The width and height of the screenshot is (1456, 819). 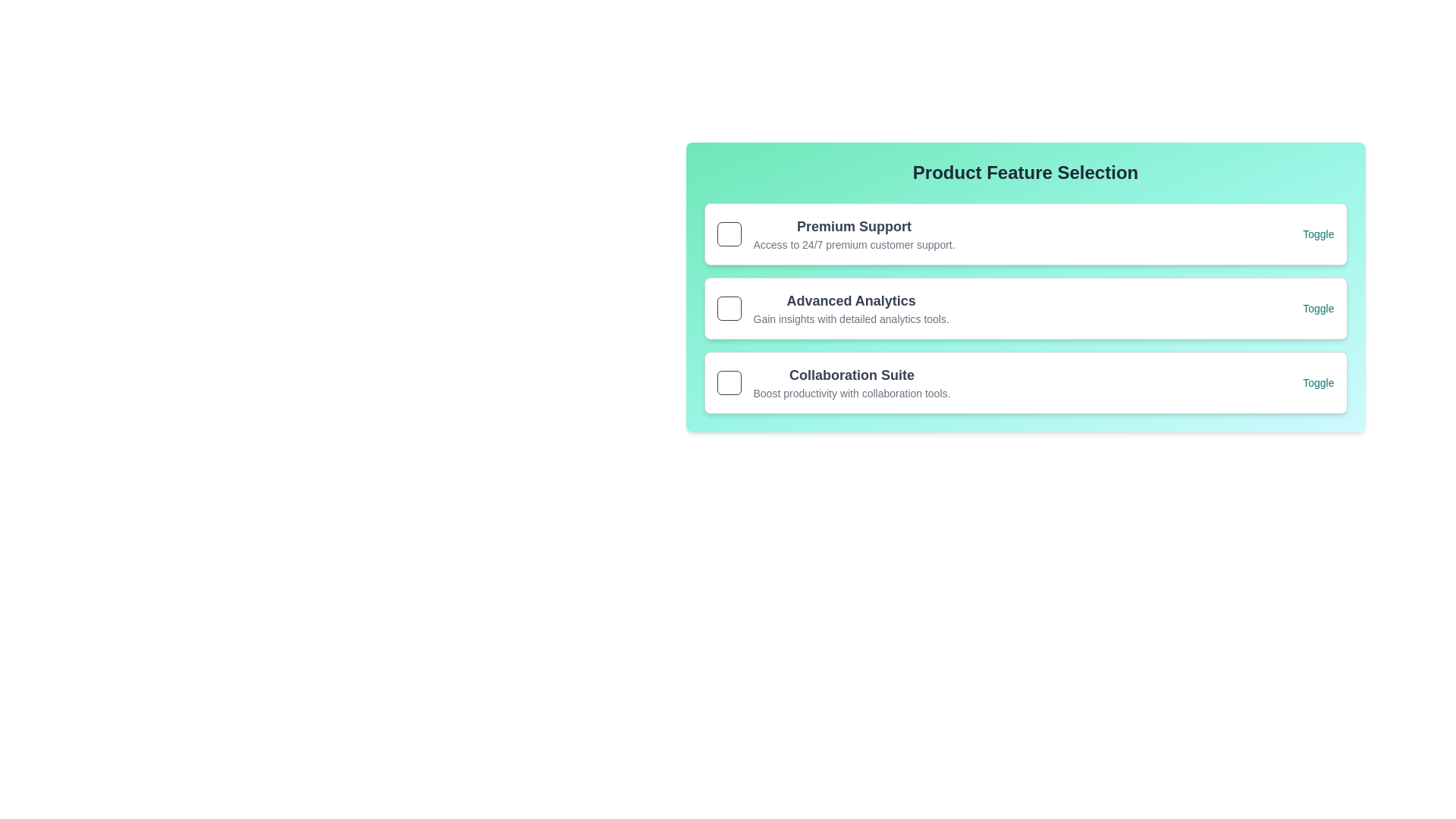 What do you see at coordinates (854, 227) in the screenshot?
I see `the 'Premium Support' static text label, which is the first feature title in the 'Product Feature Selection' section, rendered in bold against a light background` at bounding box center [854, 227].